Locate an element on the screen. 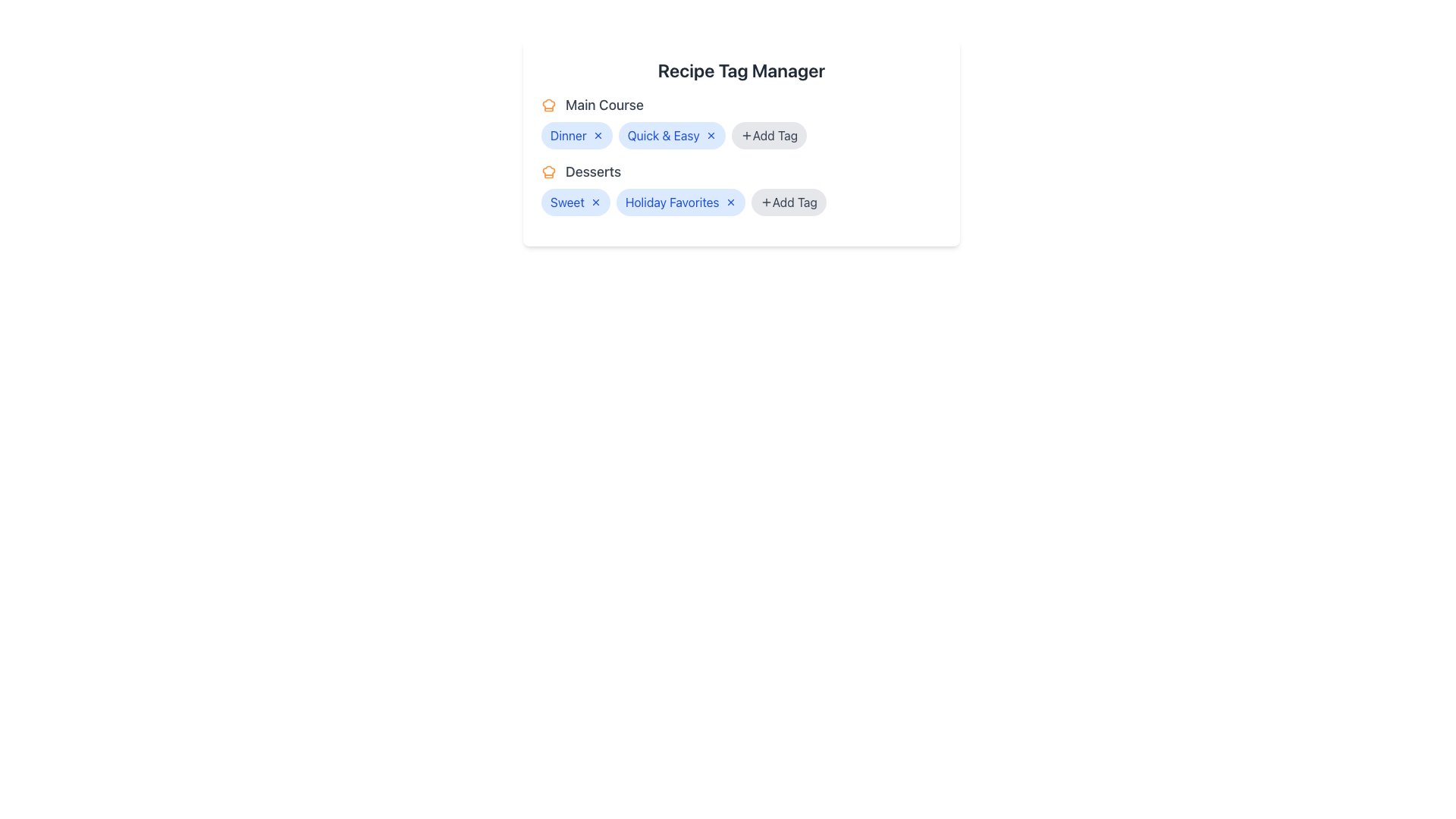 This screenshot has width=1456, height=819. the Category Tag Section located directly below the header 'Recipe Tag Manager' is located at coordinates (742, 121).